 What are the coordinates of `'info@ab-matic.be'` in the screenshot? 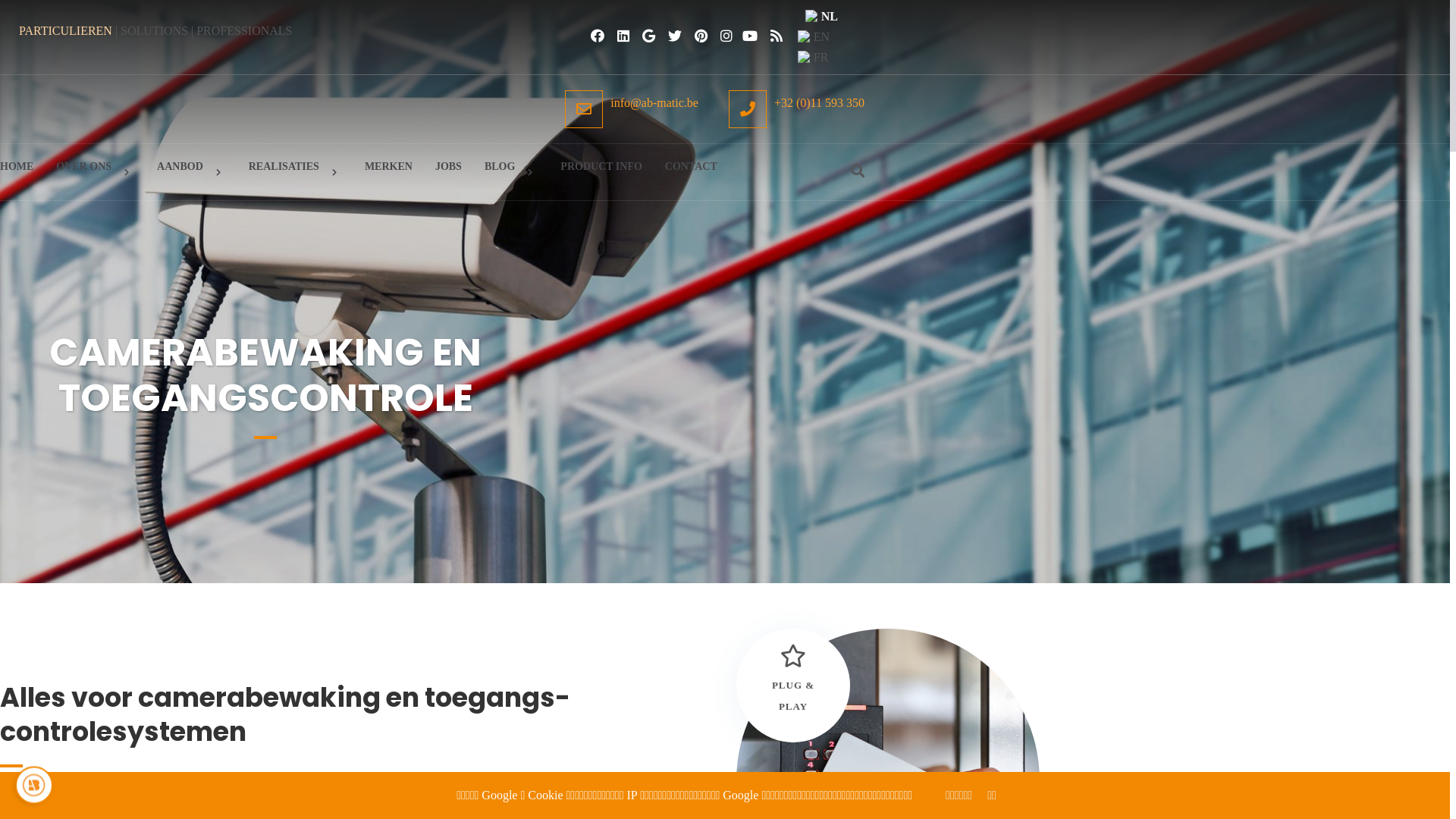 It's located at (632, 108).